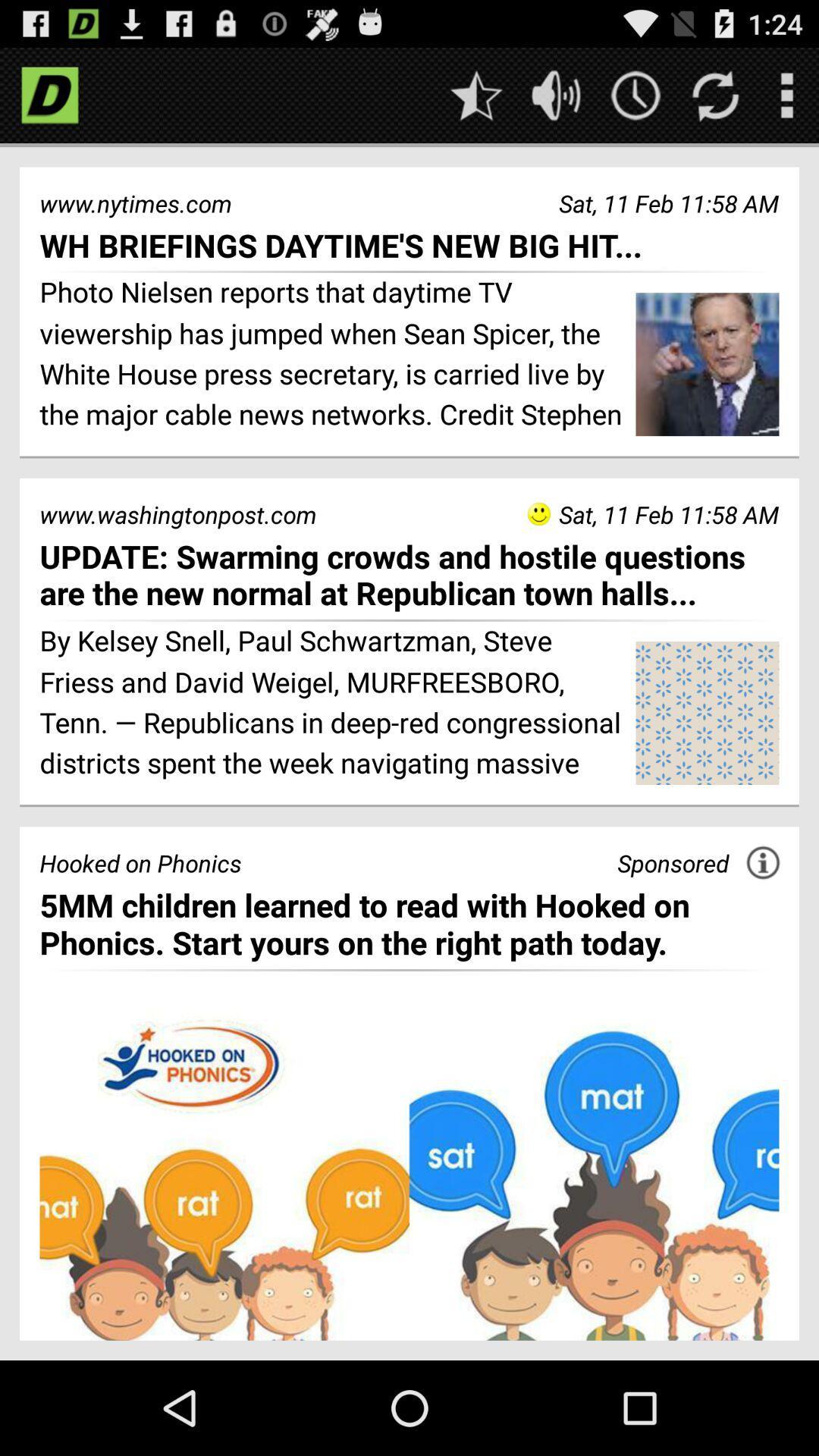 The height and width of the screenshot is (1456, 819). I want to click on by kelsey snell, so click(331, 704).